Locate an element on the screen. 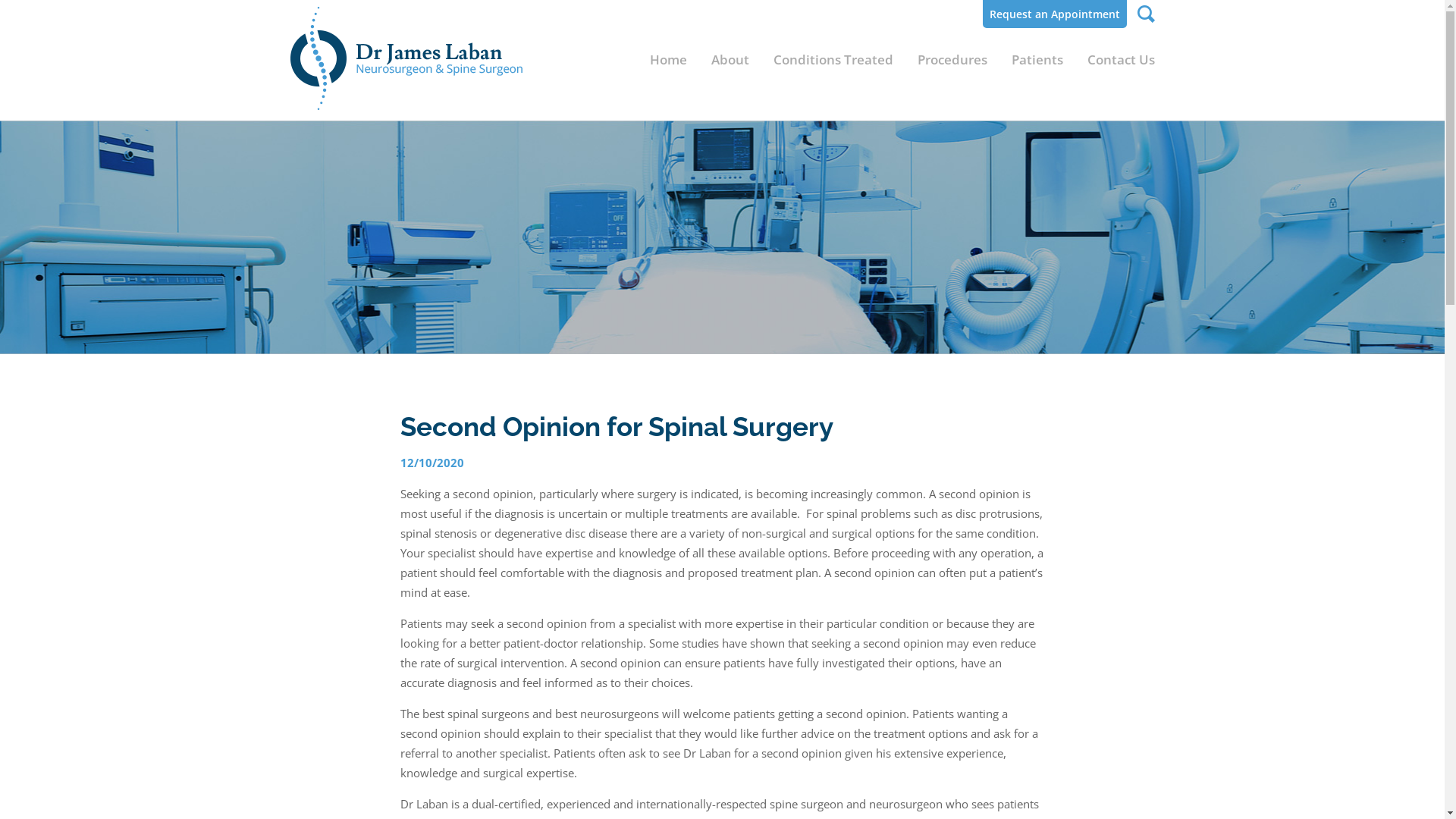 The image size is (1456, 819). 'Conditions Treated' is located at coordinates (833, 58).